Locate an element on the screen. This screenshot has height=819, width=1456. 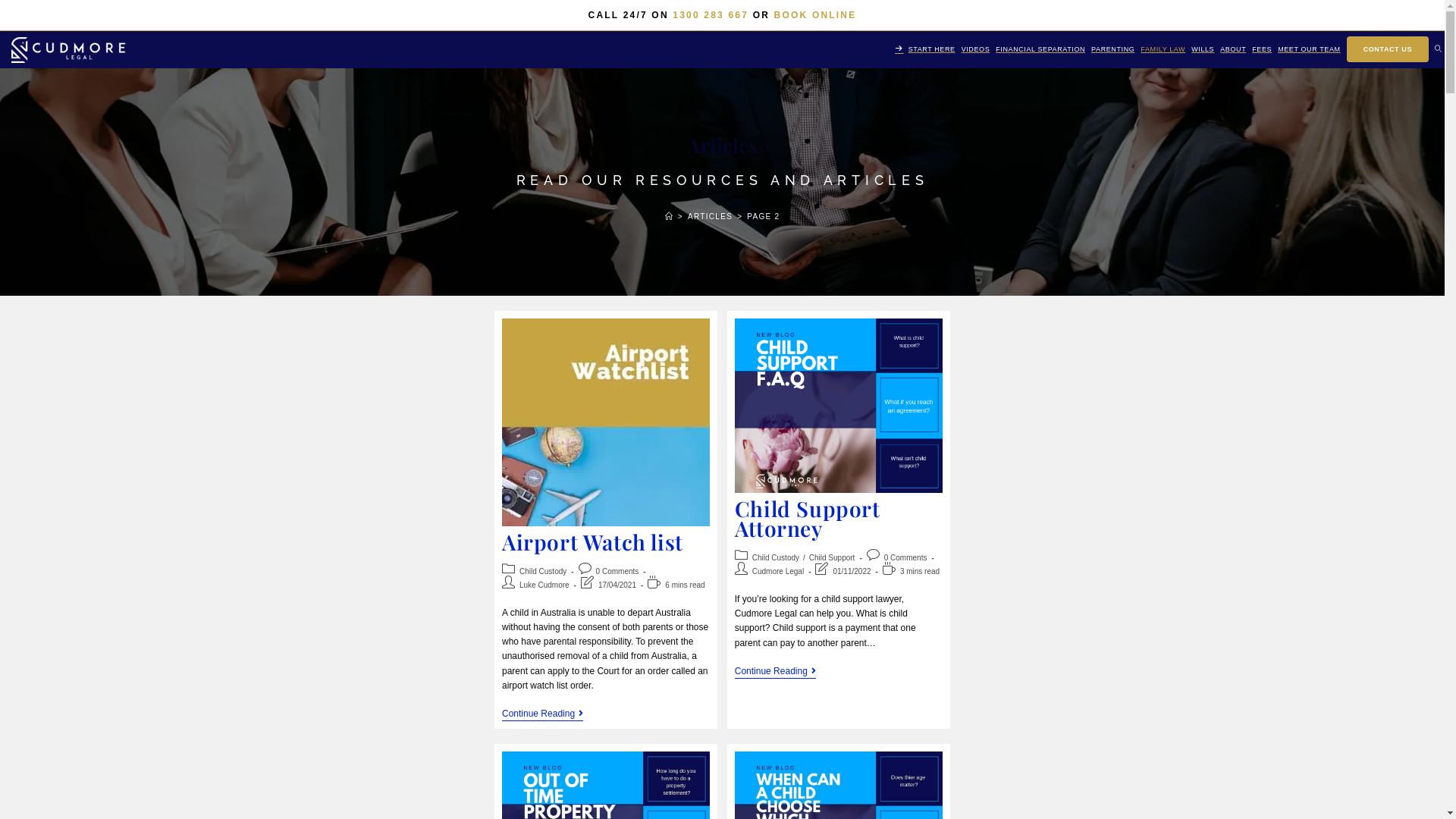
'CONTACT US' is located at coordinates (1343, 49).